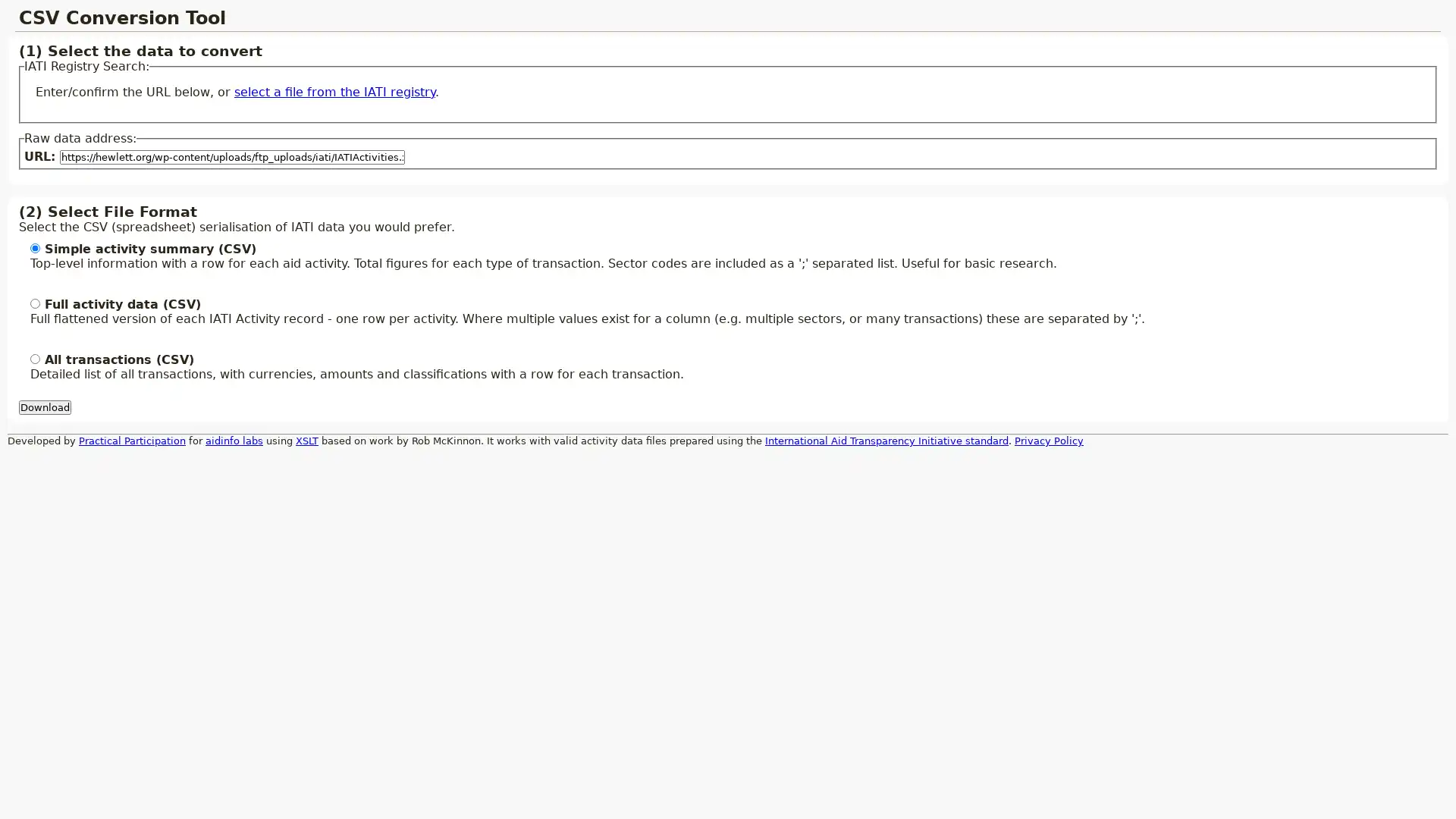 This screenshot has height=819, width=1456. Describe the element at coordinates (45, 406) in the screenshot. I see `Download` at that location.